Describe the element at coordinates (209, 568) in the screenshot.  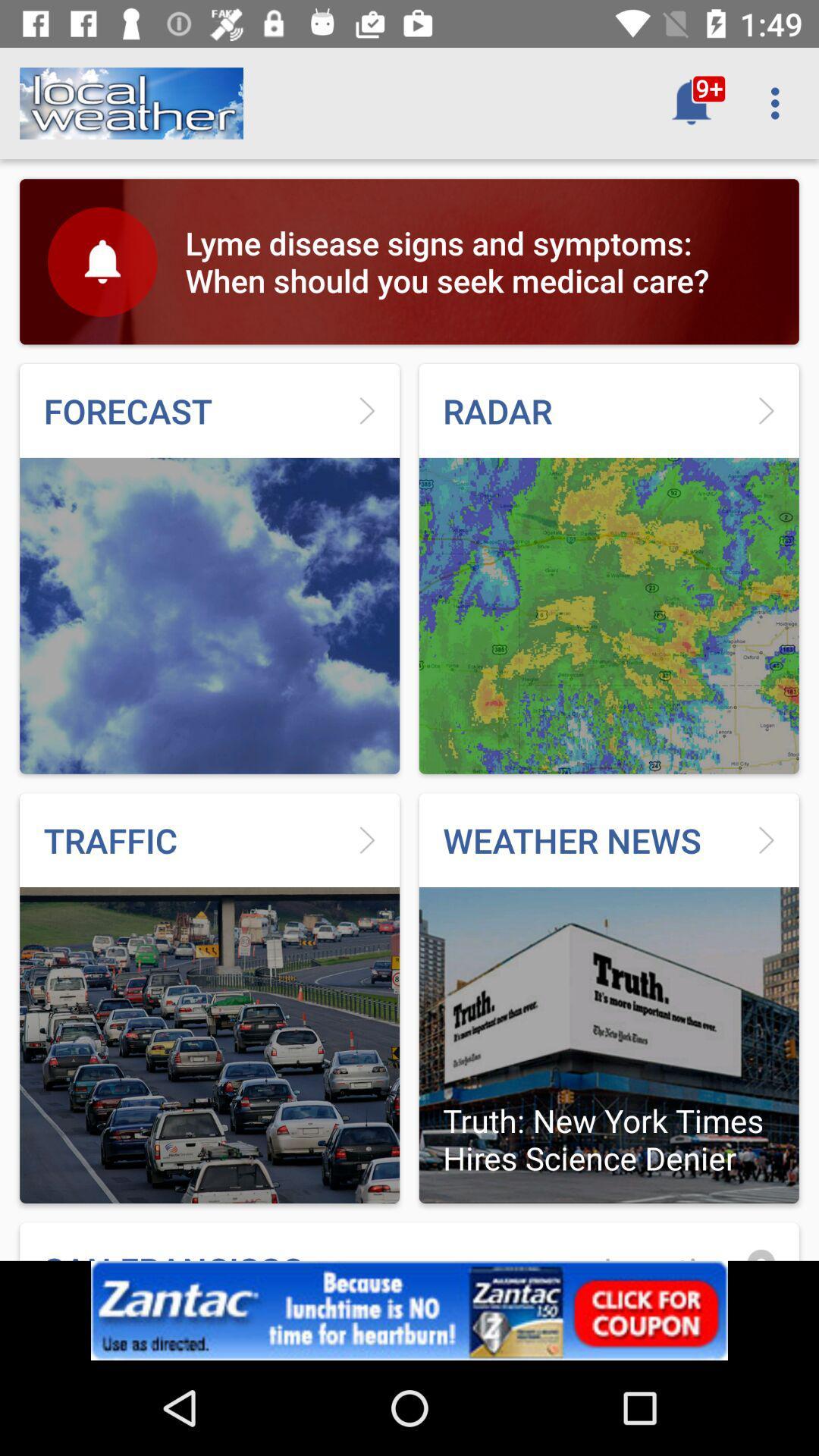
I see `the image which is above traffic on the page` at that location.